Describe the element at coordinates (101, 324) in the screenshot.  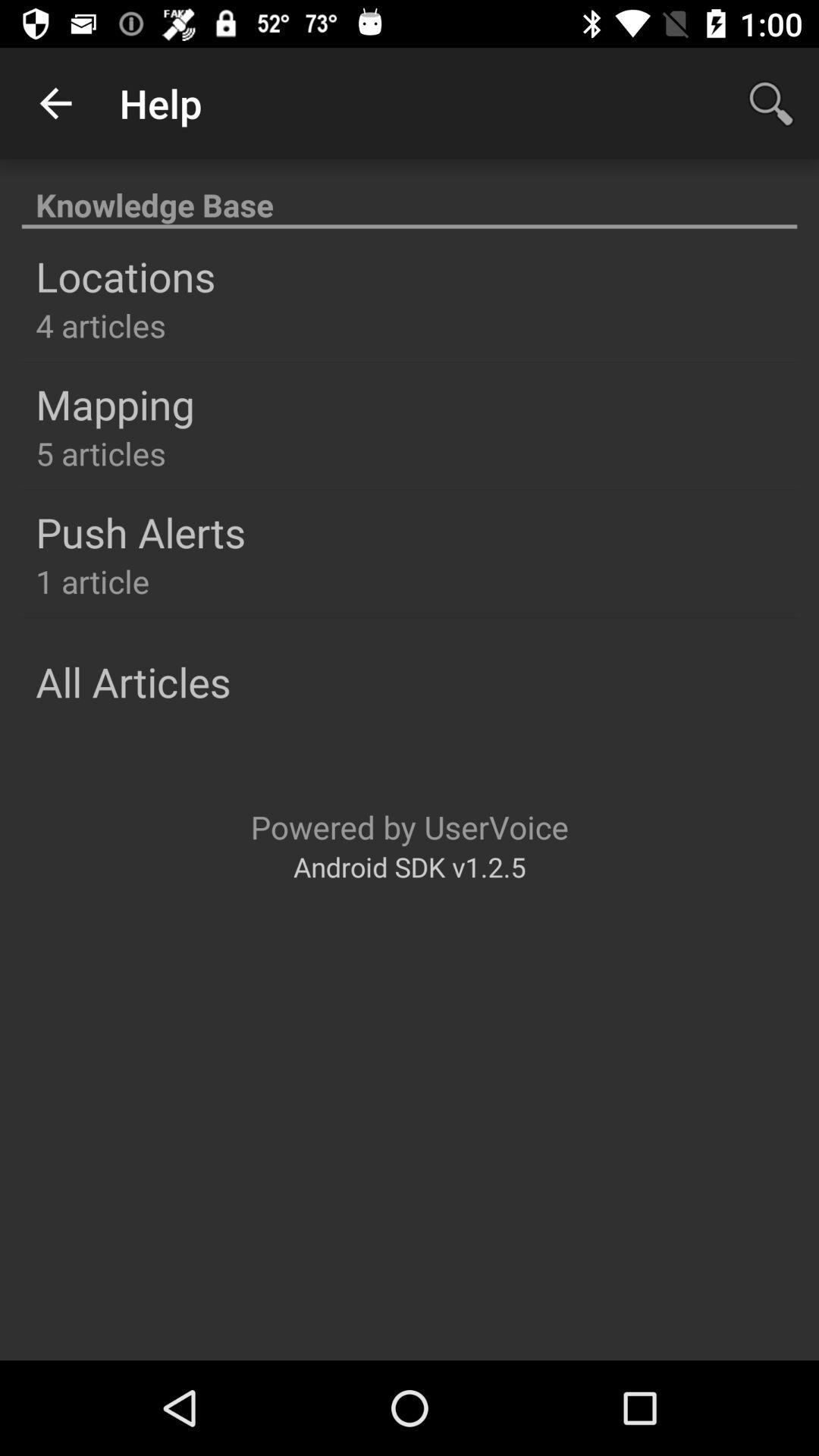
I see `4 articles` at that location.